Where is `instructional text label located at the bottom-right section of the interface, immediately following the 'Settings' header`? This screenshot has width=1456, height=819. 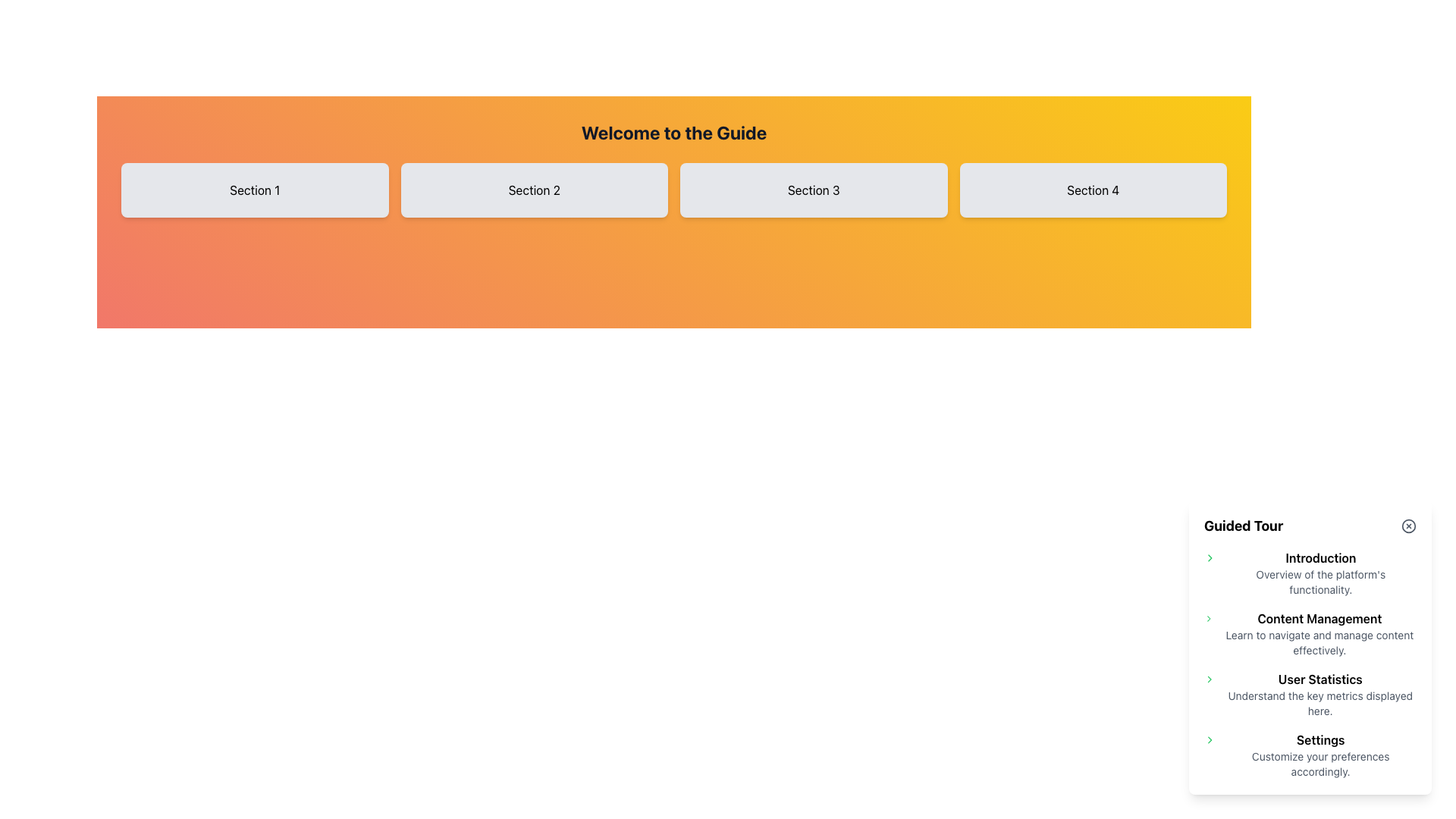 instructional text label located at the bottom-right section of the interface, immediately following the 'Settings' header is located at coordinates (1319, 764).